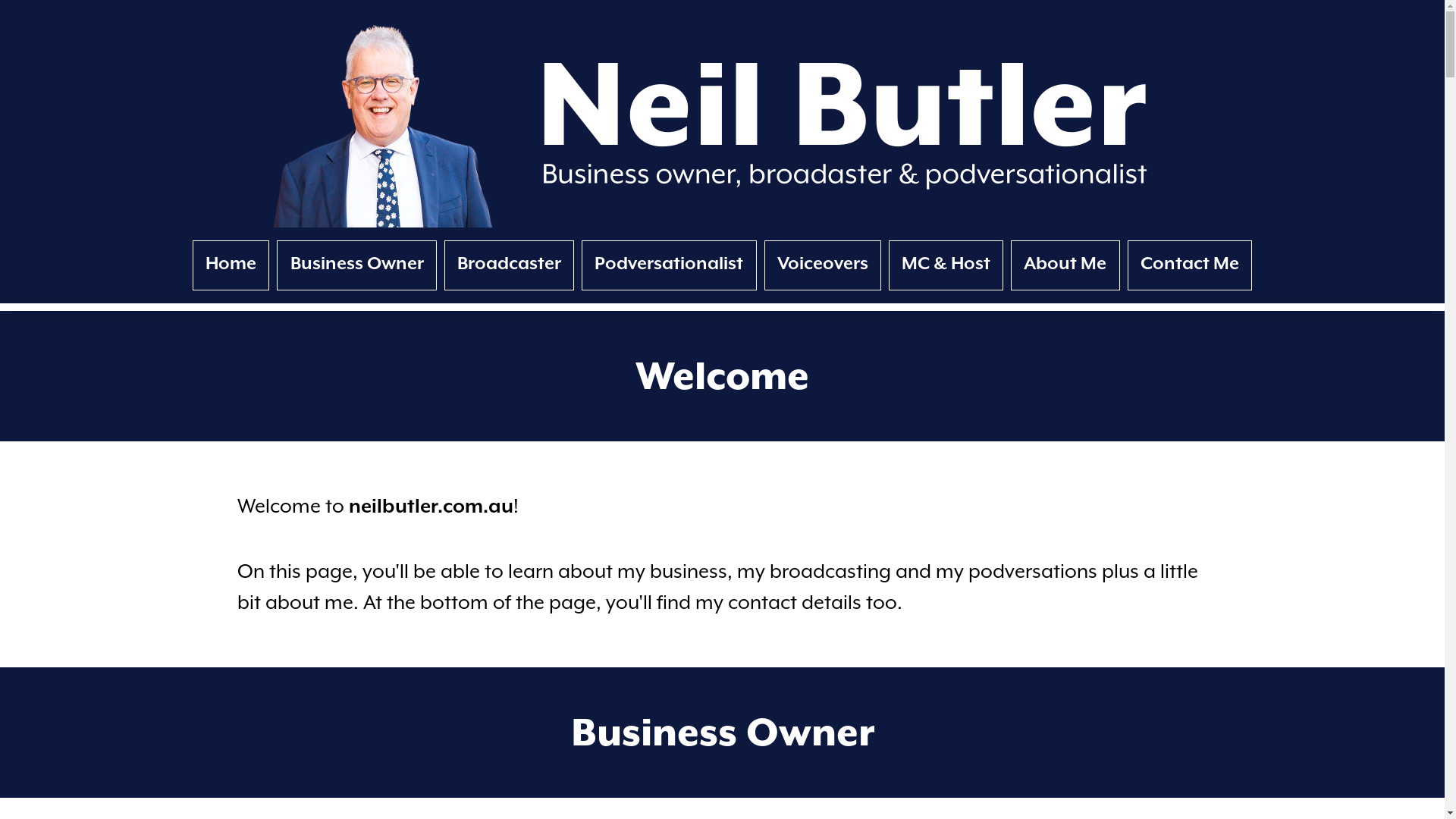 This screenshot has height=819, width=1456. I want to click on 'Podversationalist', so click(668, 265).